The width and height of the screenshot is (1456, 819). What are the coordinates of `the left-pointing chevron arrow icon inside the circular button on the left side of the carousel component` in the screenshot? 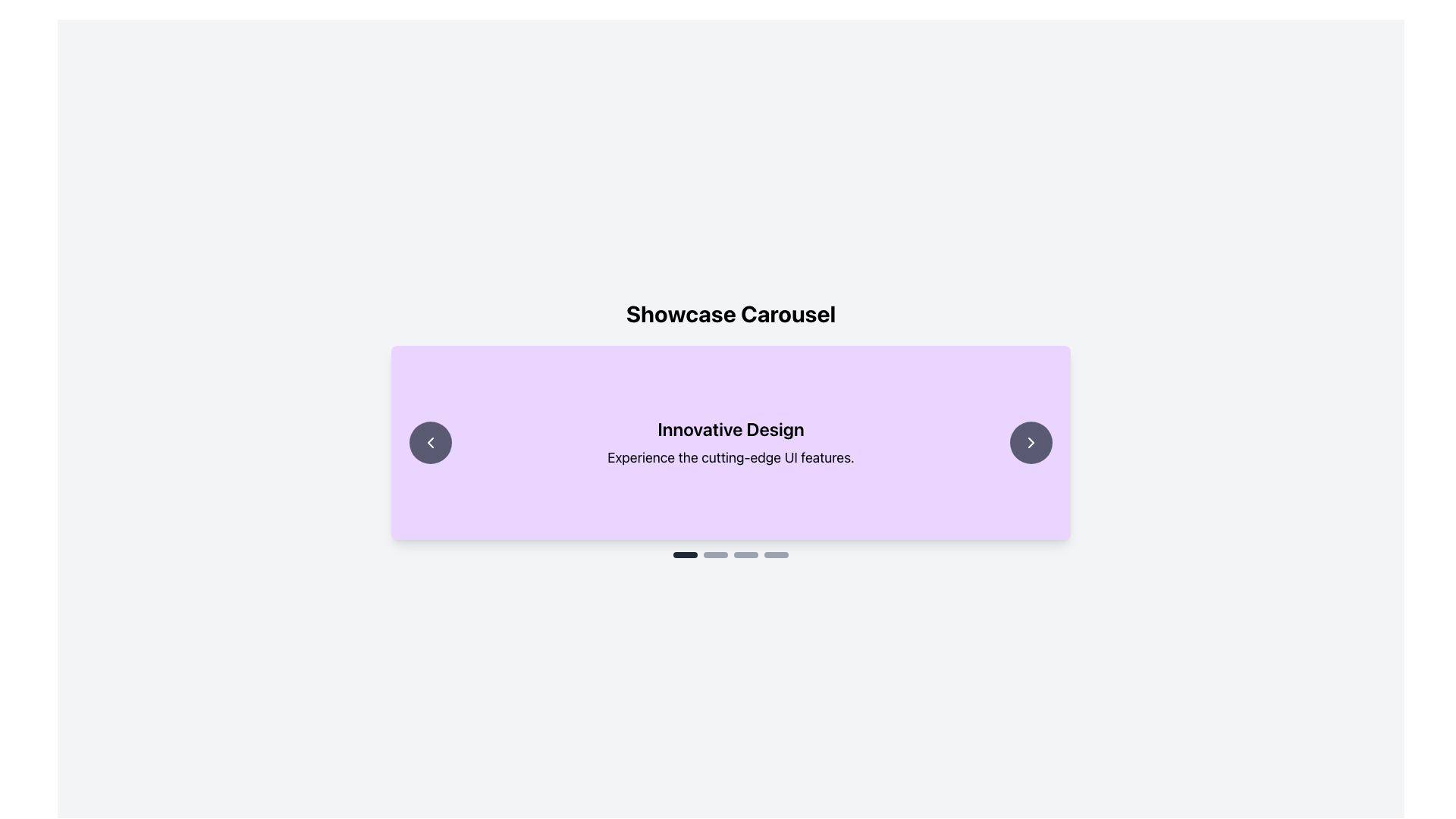 It's located at (429, 442).